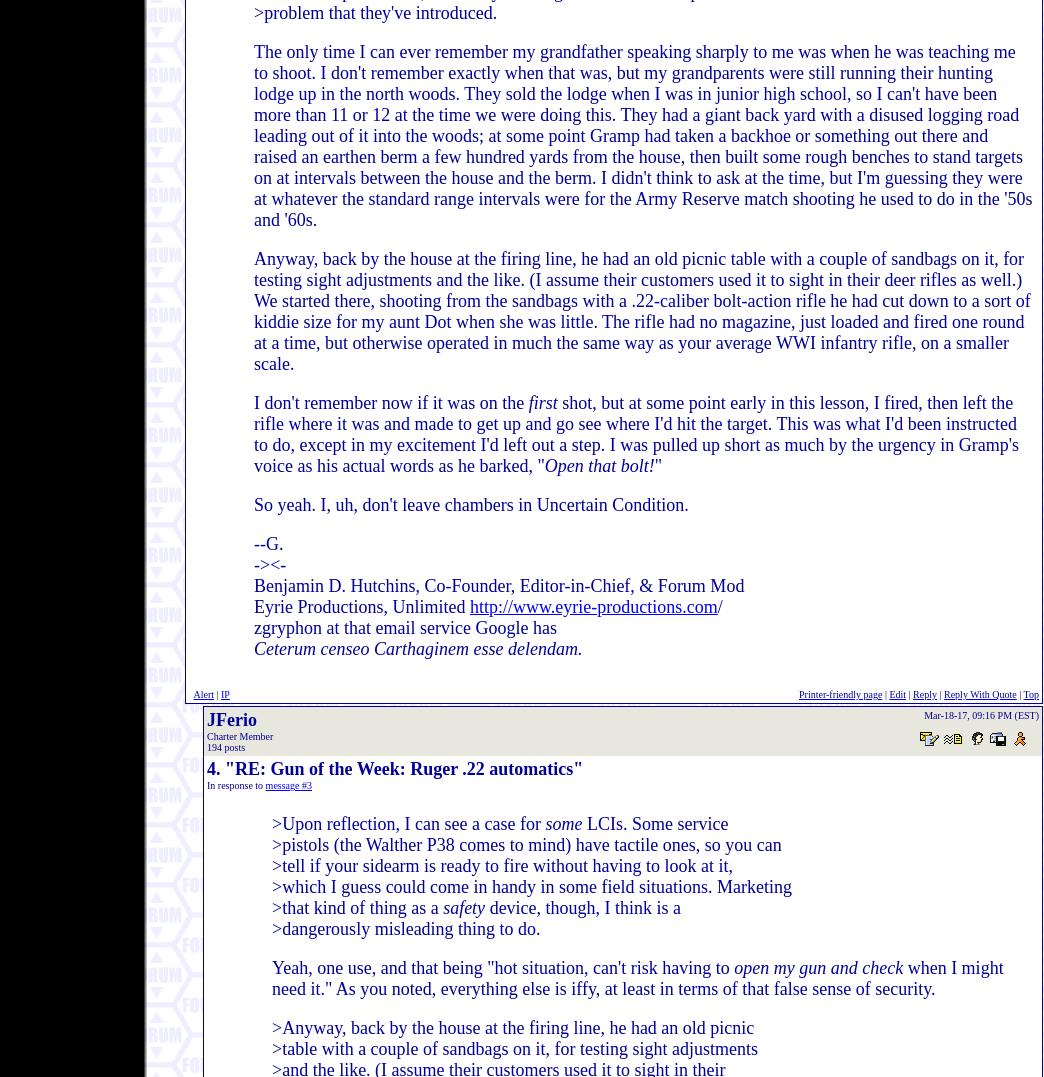  What do you see at coordinates (390, 403) in the screenshot?
I see `'I don't remember now if it was on the'` at bounding box center [390, 403].